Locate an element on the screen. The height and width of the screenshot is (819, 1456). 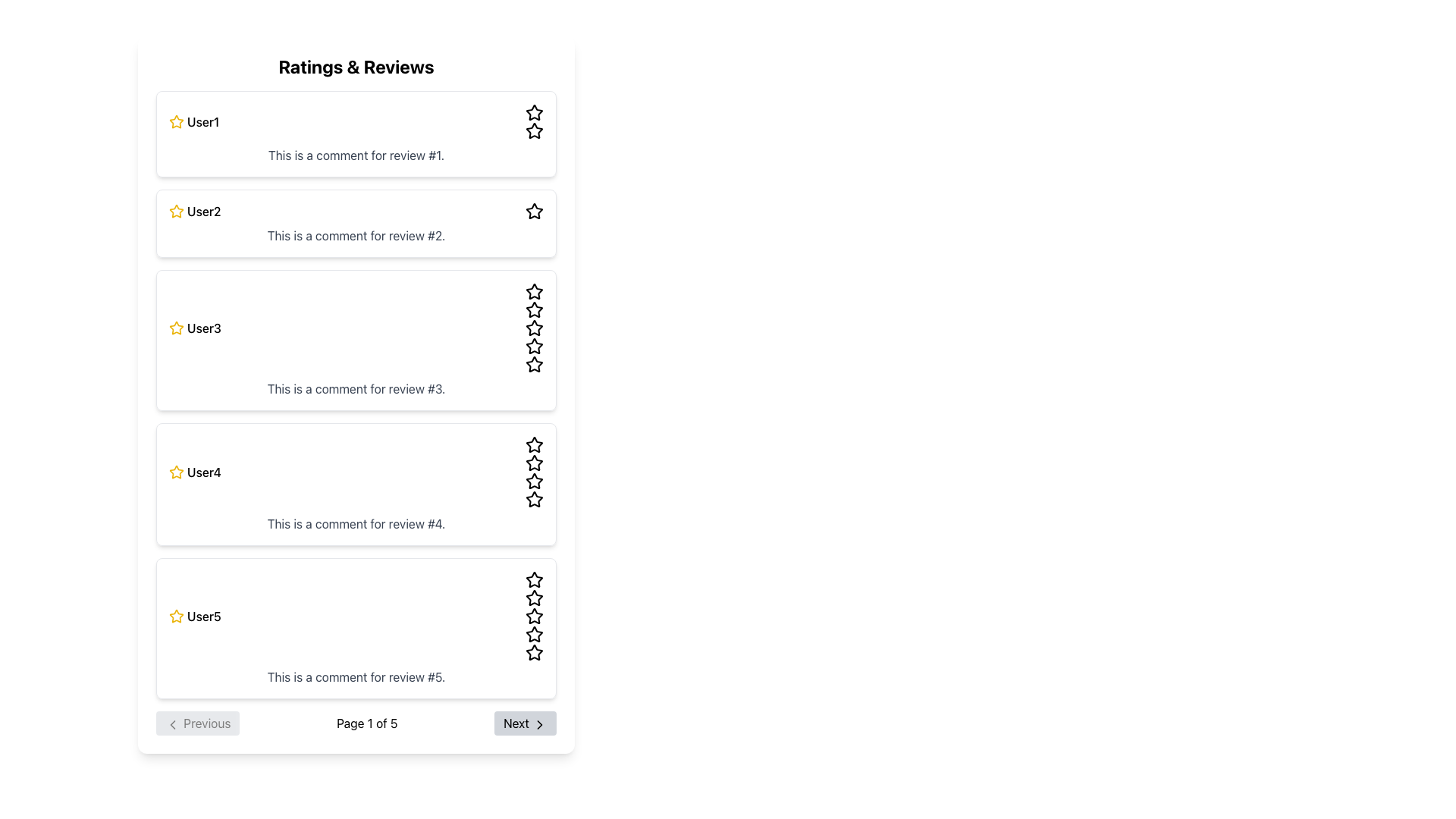
the third star in the rating row of the third review card to indicate a rating is located at coordinates (535, 291).